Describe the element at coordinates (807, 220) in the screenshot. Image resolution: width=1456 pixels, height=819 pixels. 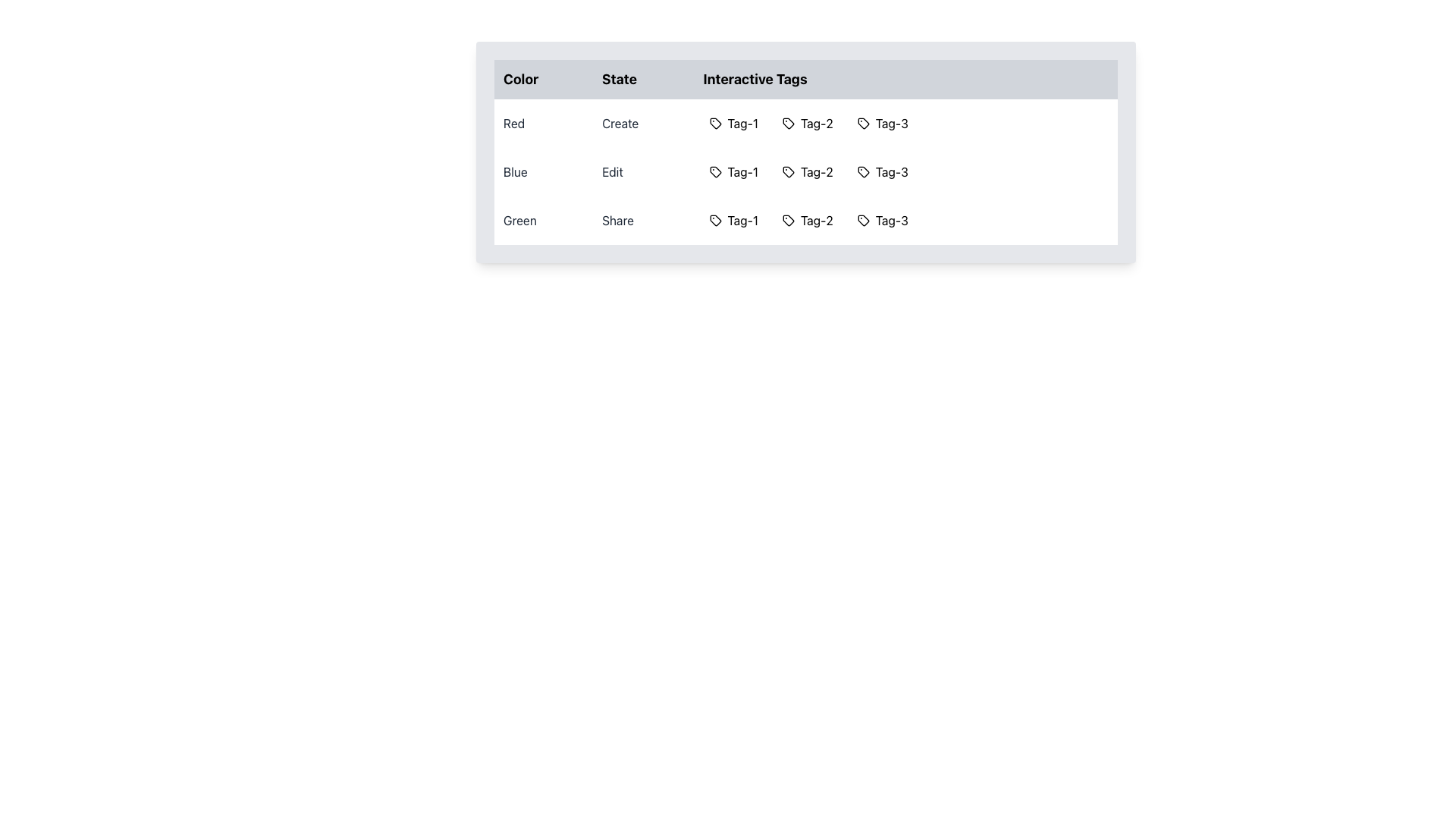
I see `the label with the text 'Tag-2', which is styled with a rounded green background and is located in the third row of the 'Interactive Tags' column, between 'Tag-1' and 'Tag-3'` at that location.